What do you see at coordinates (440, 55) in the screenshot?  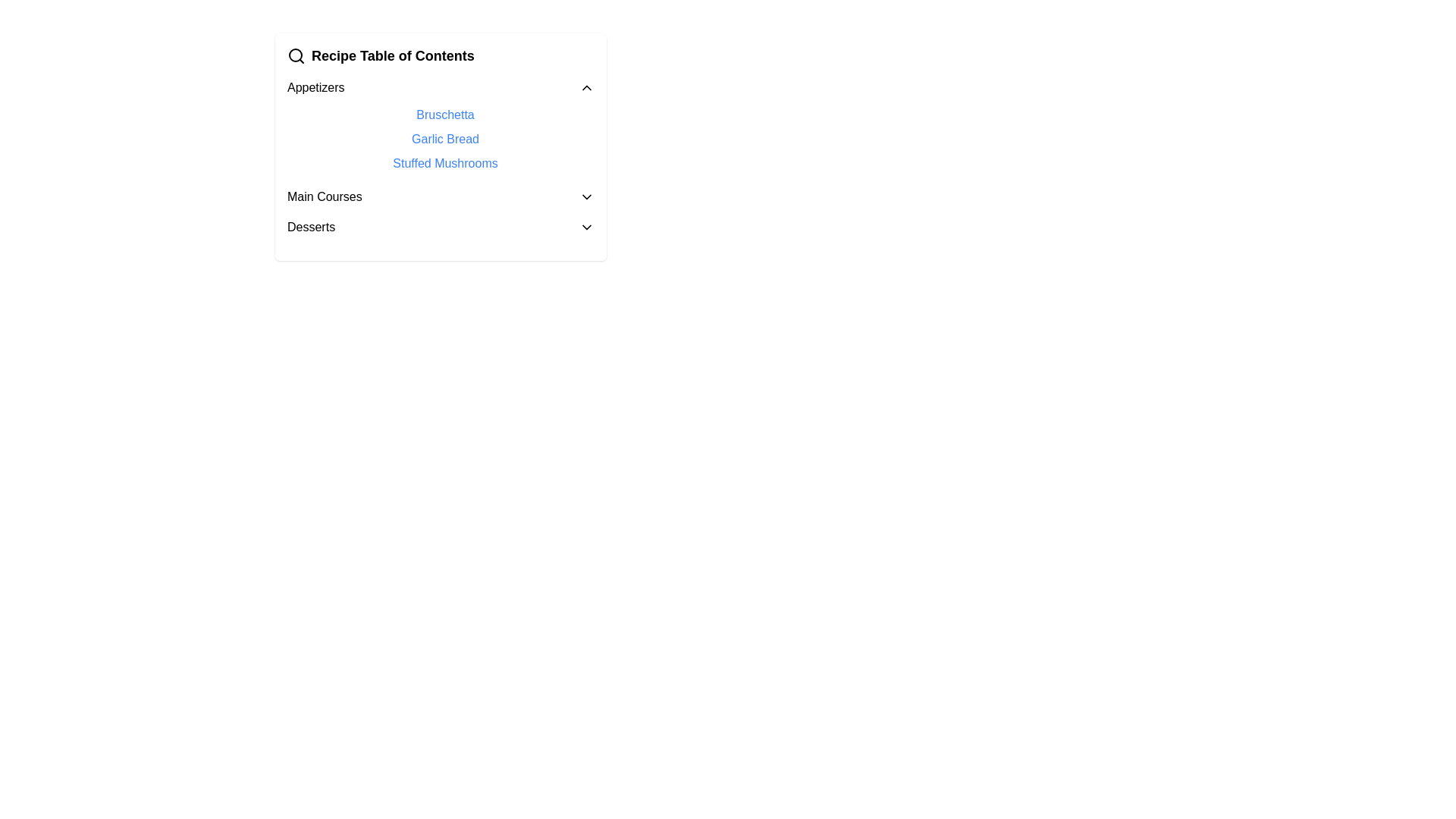 I see `the 'Recipe Table of Contents' text label with the magnifying glass icon, which is located at the top of a vertically structured group of interactive categories and links` at bounding box center [440, 55].